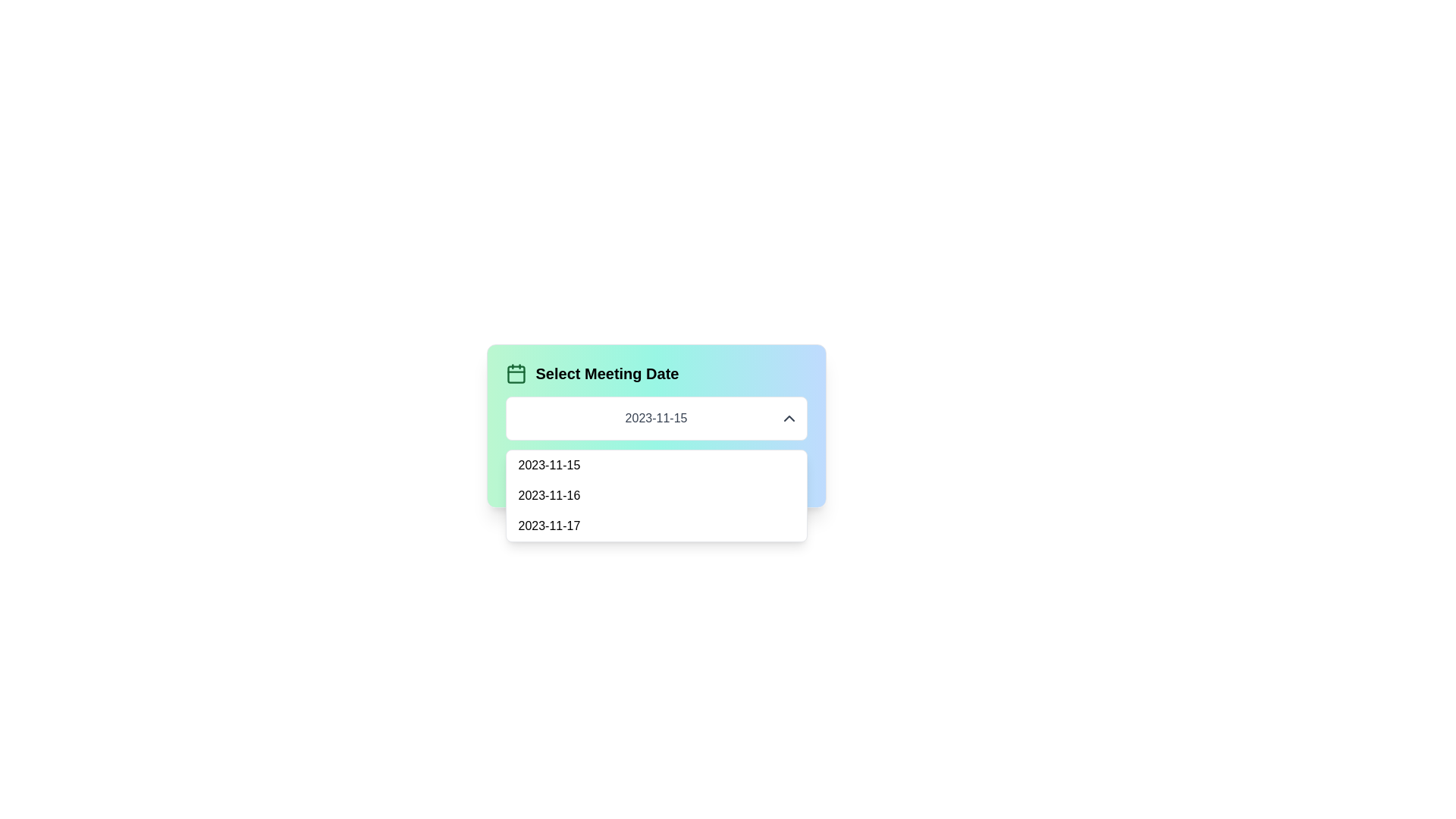 The height and width of the screenshot is (819, 1456). I want to click on the dropdown menu, so click(656, 426).